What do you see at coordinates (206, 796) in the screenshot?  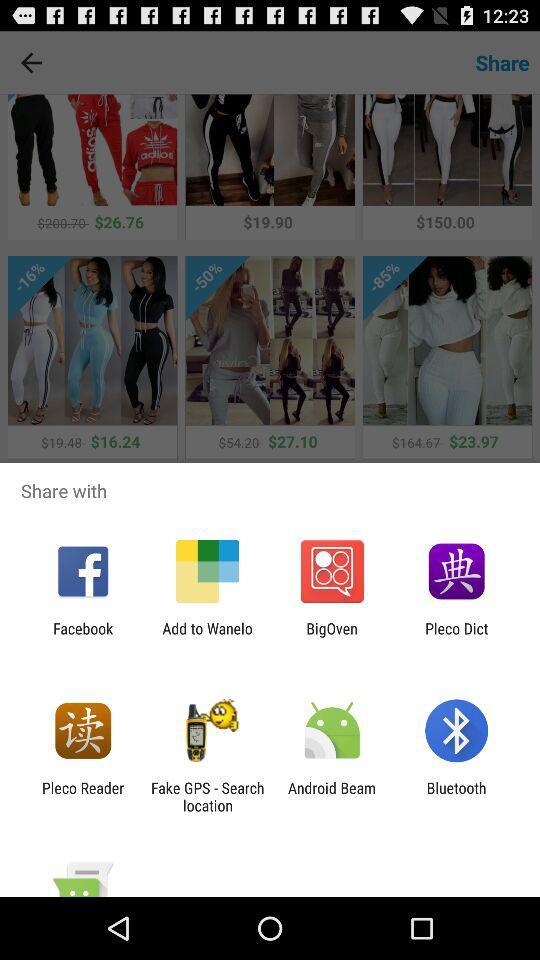 I see `fake gps search item` at bounding box center [206, 796].